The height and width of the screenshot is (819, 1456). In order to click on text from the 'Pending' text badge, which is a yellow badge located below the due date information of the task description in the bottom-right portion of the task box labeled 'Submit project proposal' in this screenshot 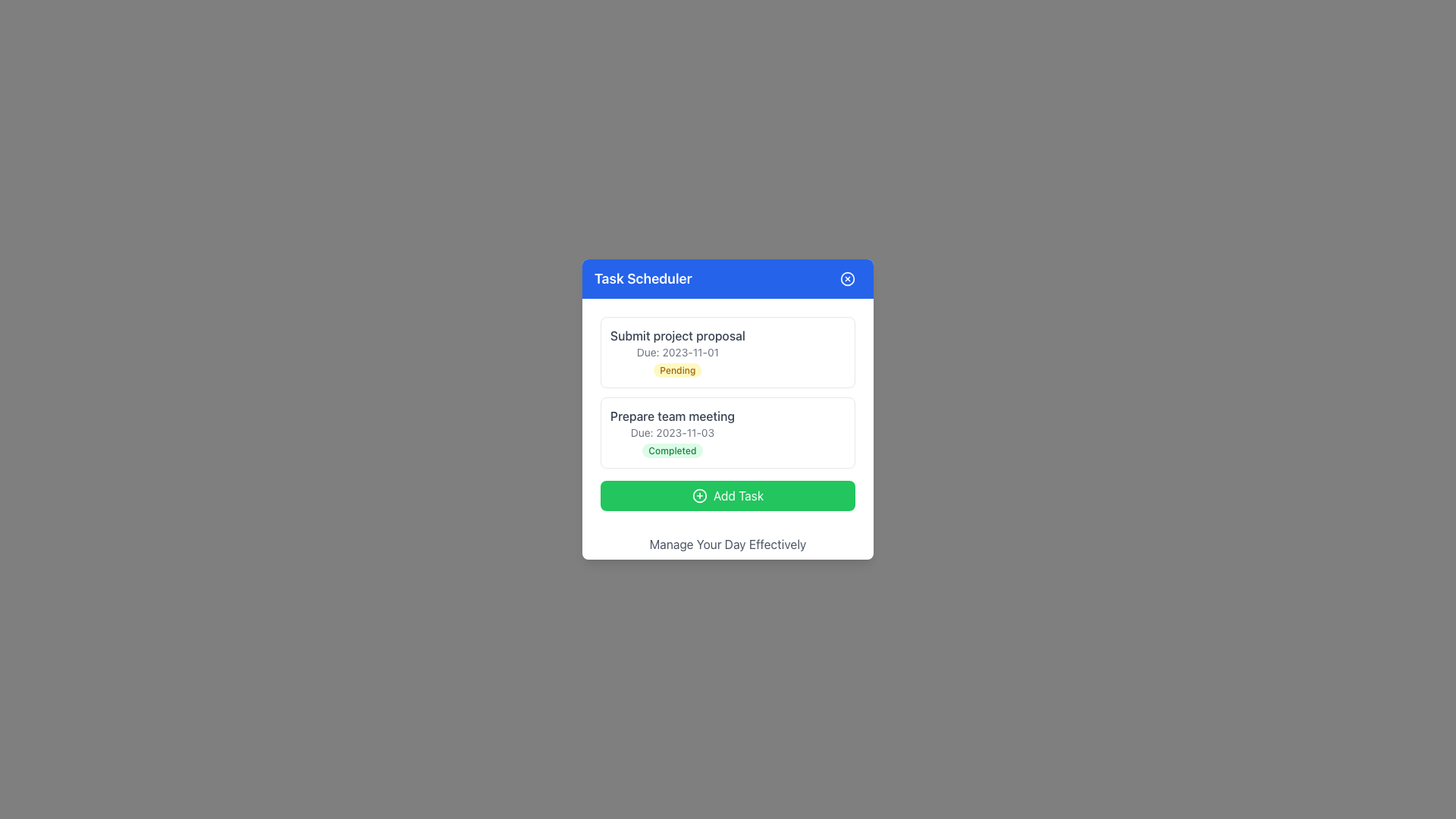, I will do `click(676, 370)`.